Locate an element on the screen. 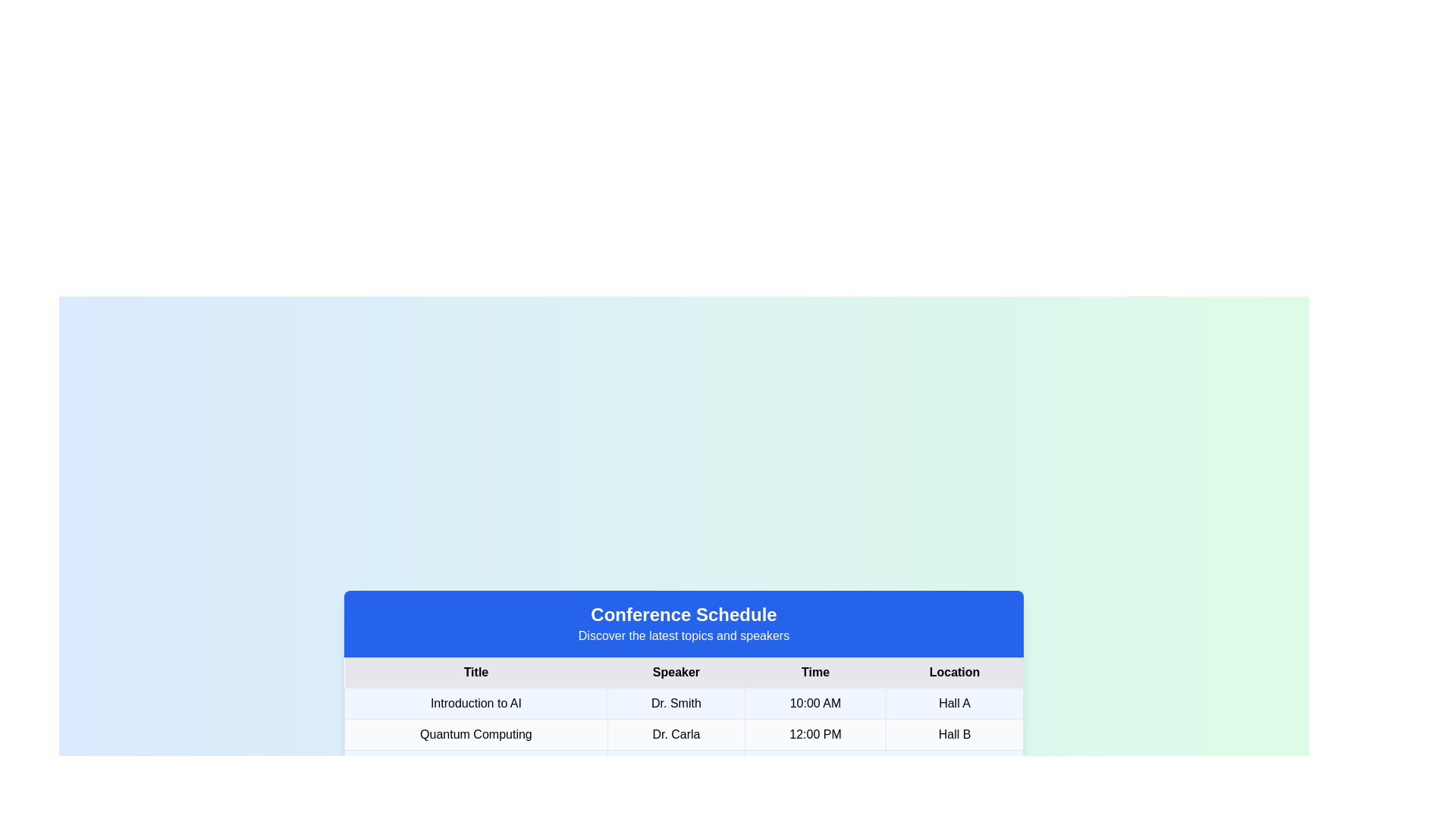 This screenshot has height=819, width=1456. the static text label indicating the location of the 'Quantum Computing' session in the fourth column of the second row of the table is located at coordinates (953, 733).